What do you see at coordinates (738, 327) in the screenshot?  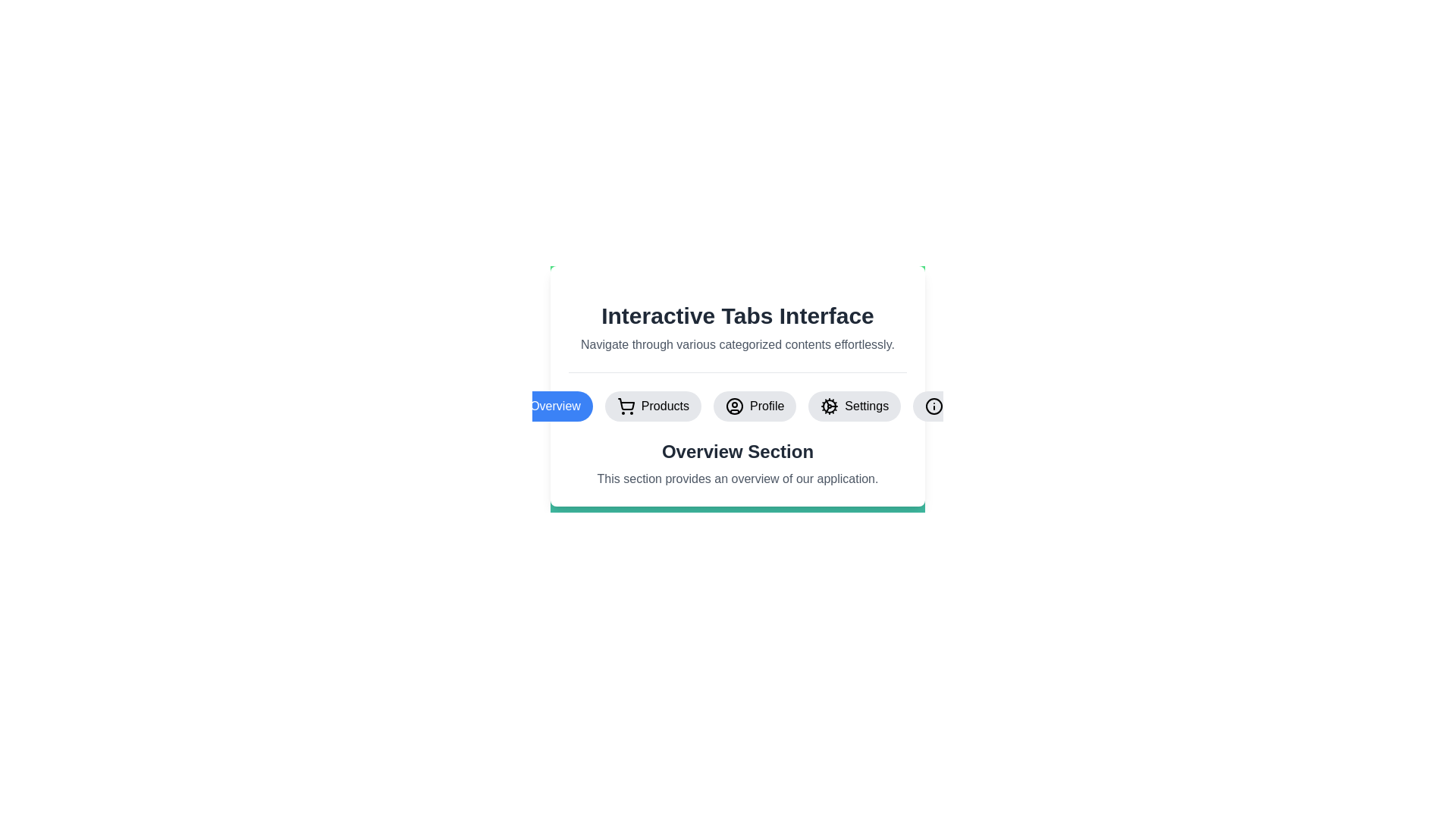 I see `text content of the textual information display component located centrally above the tab buttons labeled 'Overview', 'Products', 'Profile', 'Settings', and 'Info'` at bounding box center [738, 327].